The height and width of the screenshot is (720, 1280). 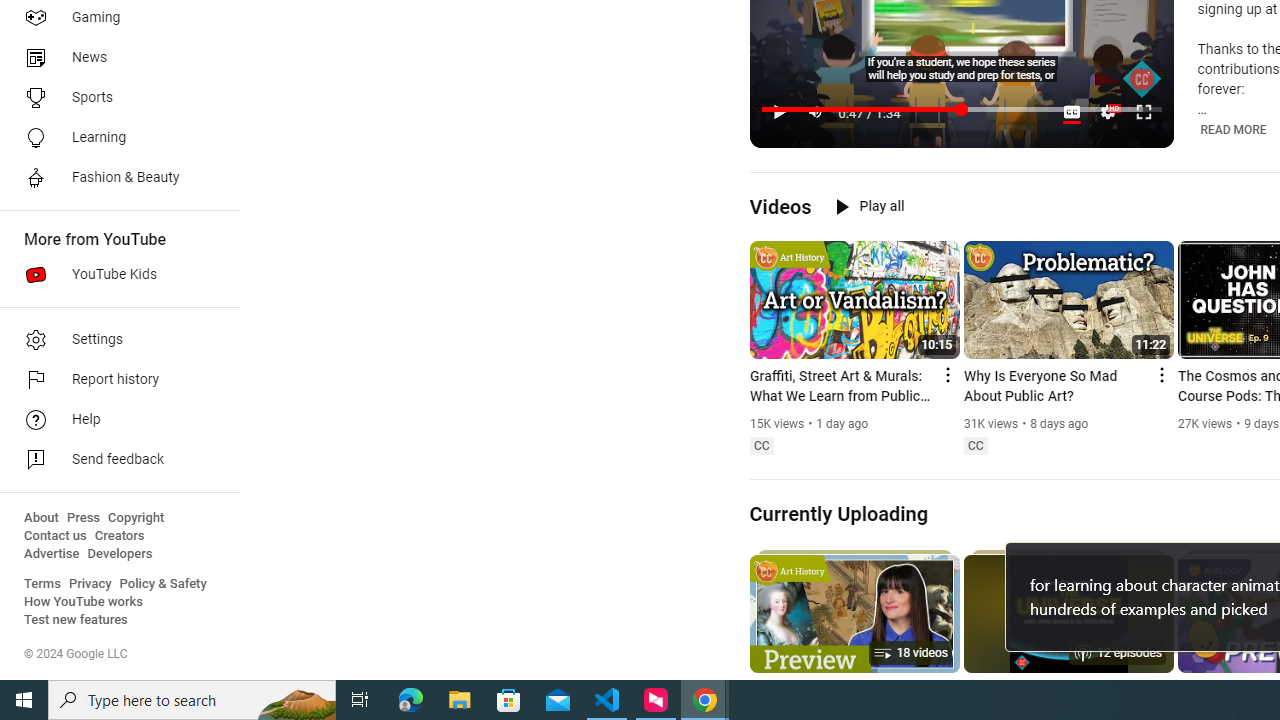 I want to click on 'Advertise', so click(x=51, y=554).